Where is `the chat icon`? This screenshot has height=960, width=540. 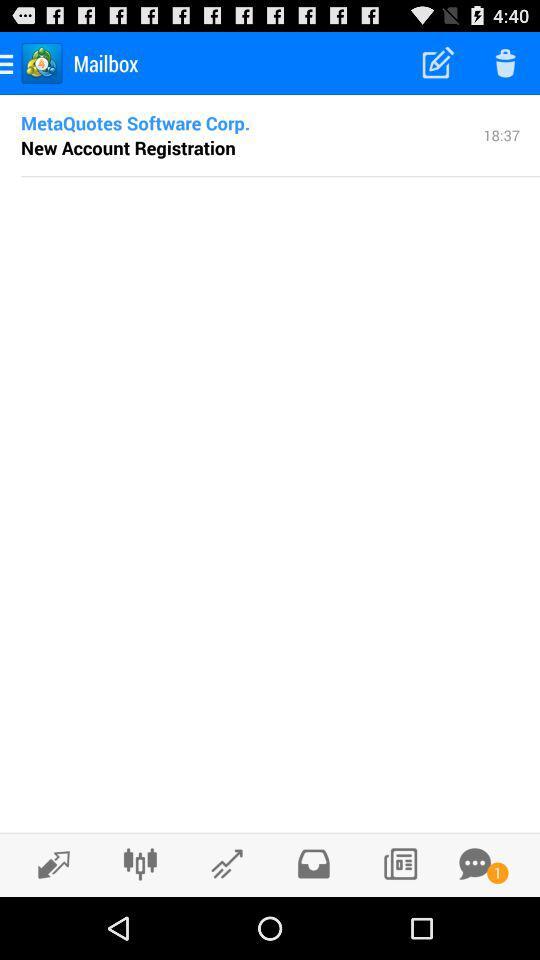
the chat icon is located at coordinates (474, 924).